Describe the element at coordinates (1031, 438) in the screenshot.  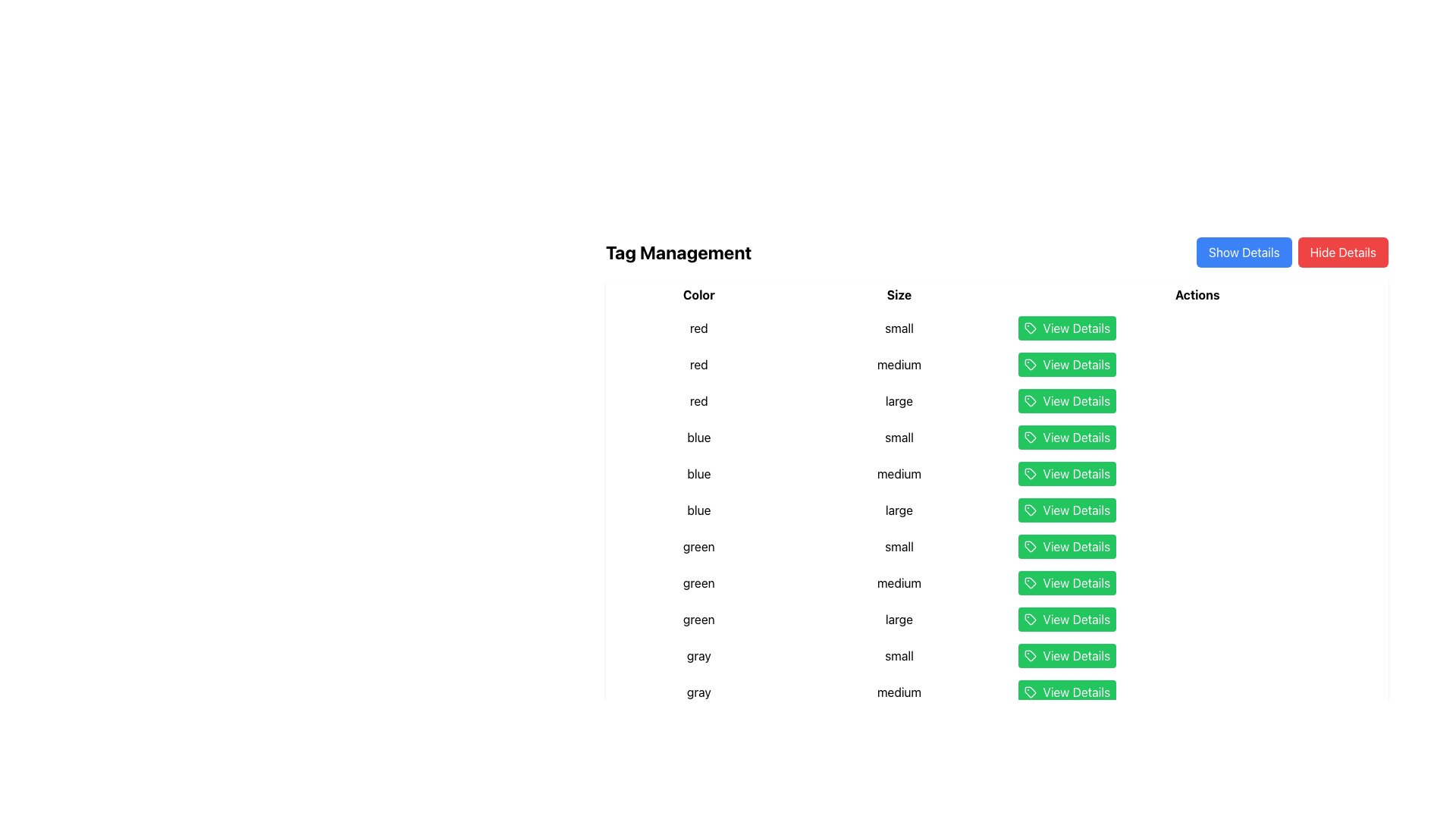
I see `the SVG decorative icon for the 'View Details' button in the fifth row of the table` at that location.